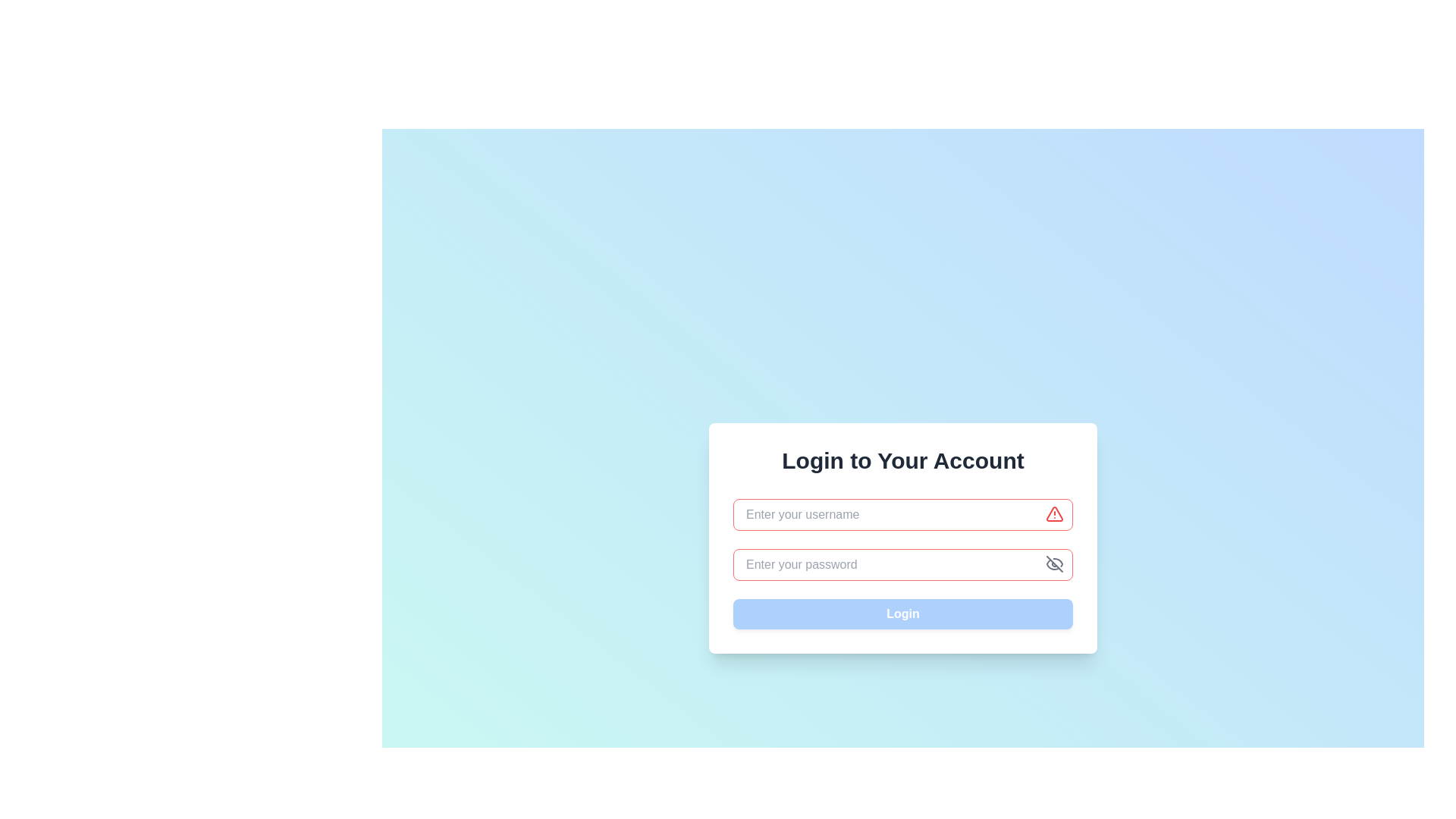 The height and width of the screenshot is (819, 1456). What do you see at coordinates (1053, 513) in the screenshot?
I see `the validation error or warning icon within the 'Enter your username' input field` at bounding box center [1053, 513].